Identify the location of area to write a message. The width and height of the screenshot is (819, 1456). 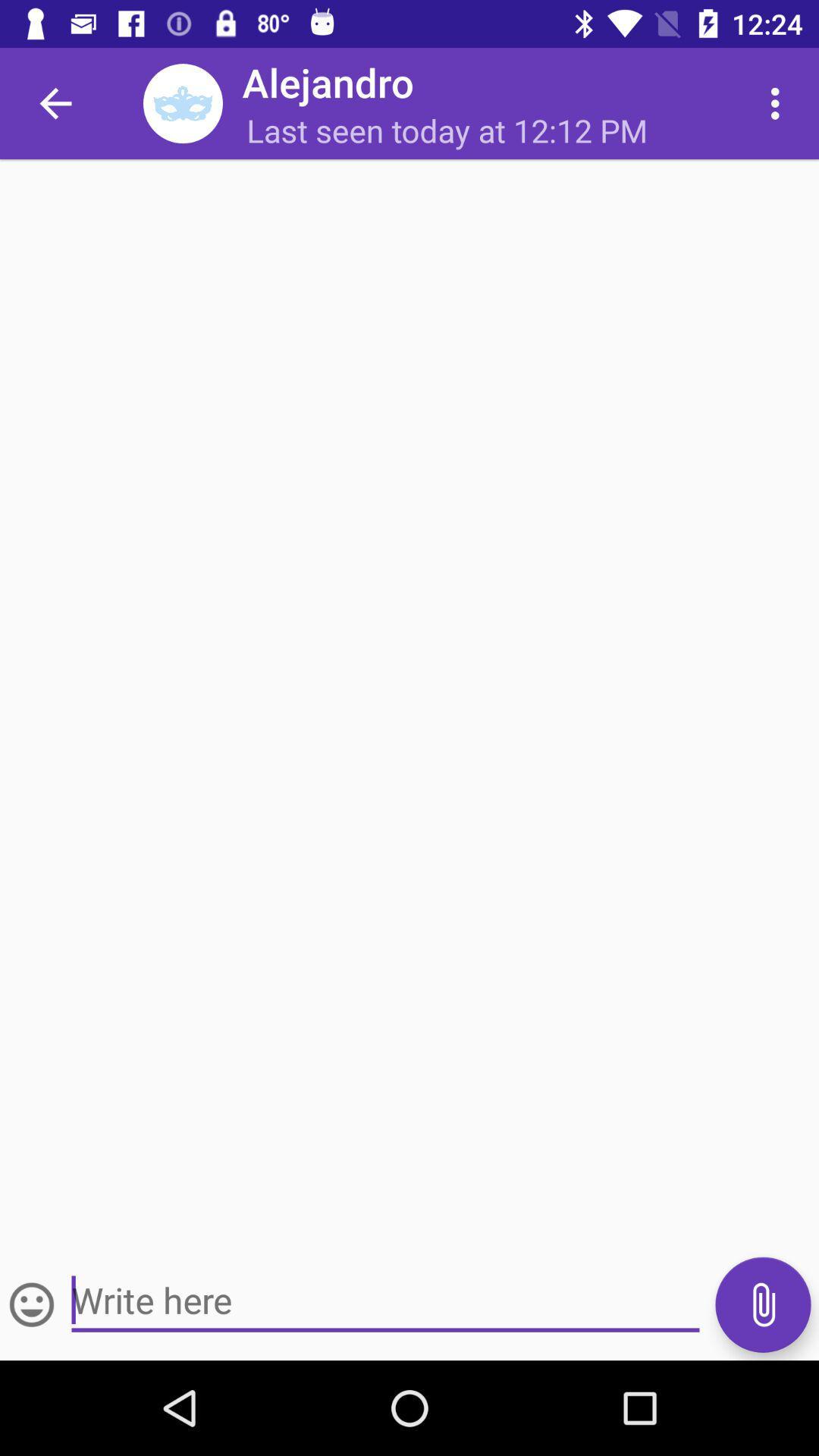
(384, 1300).